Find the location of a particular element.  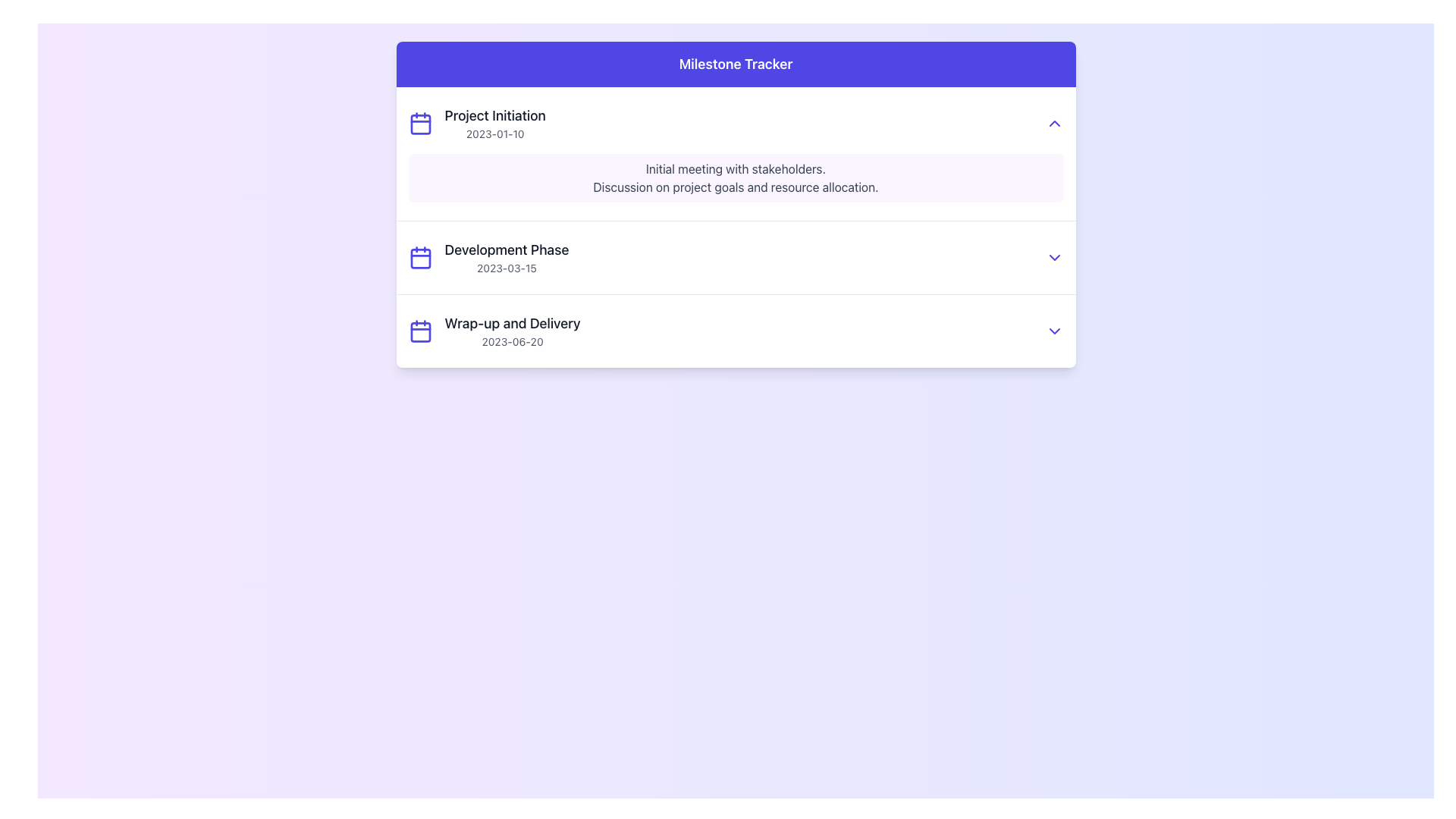

the milestone titled 'Wrap-up and Delivery' scheduled for '2023-06-20' in the Milestone Tracker section, which is the third item in the vertical list is located at coordinates (494, 330).